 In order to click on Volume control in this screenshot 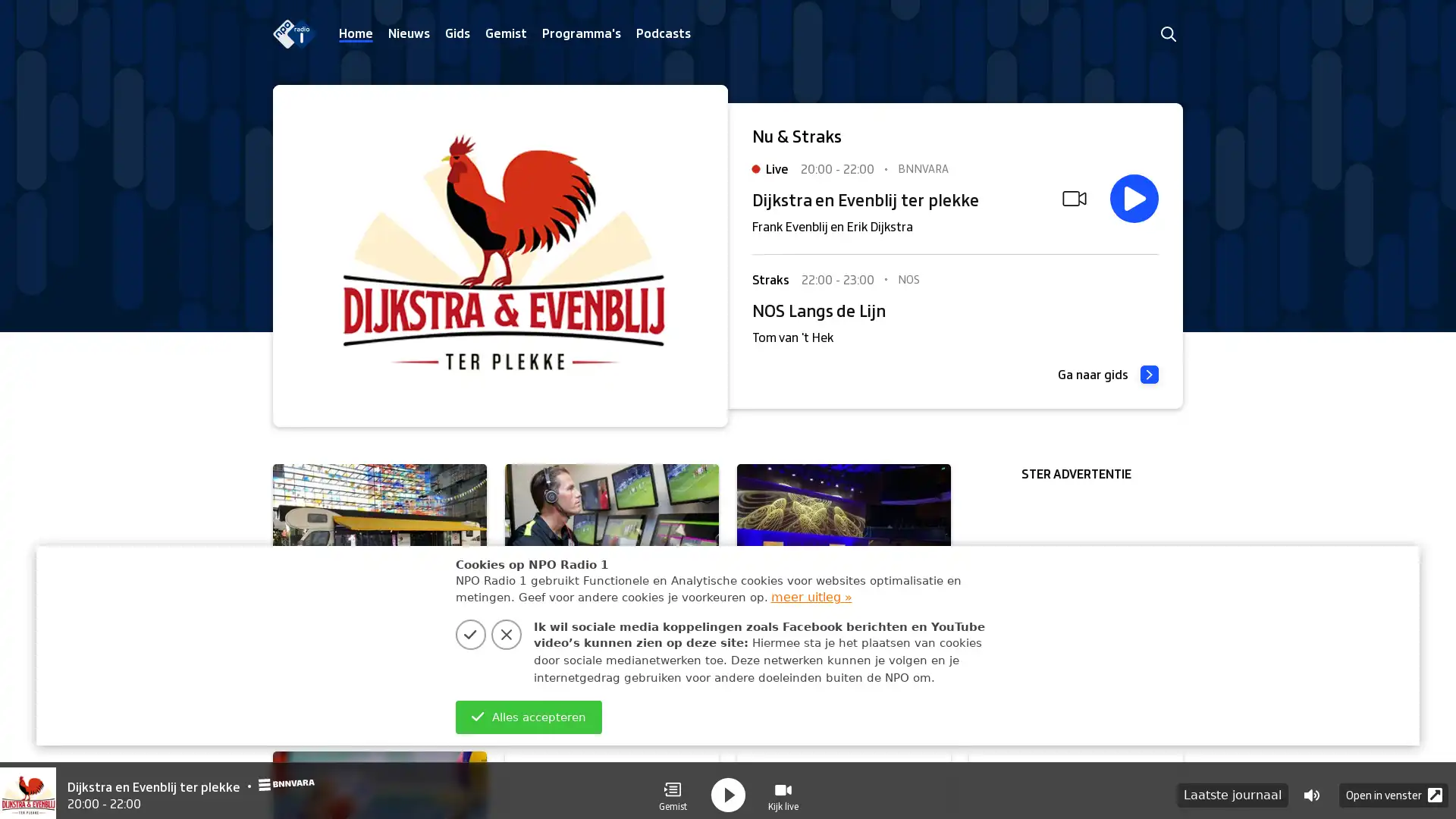, I will do `click(1310, 786)`.